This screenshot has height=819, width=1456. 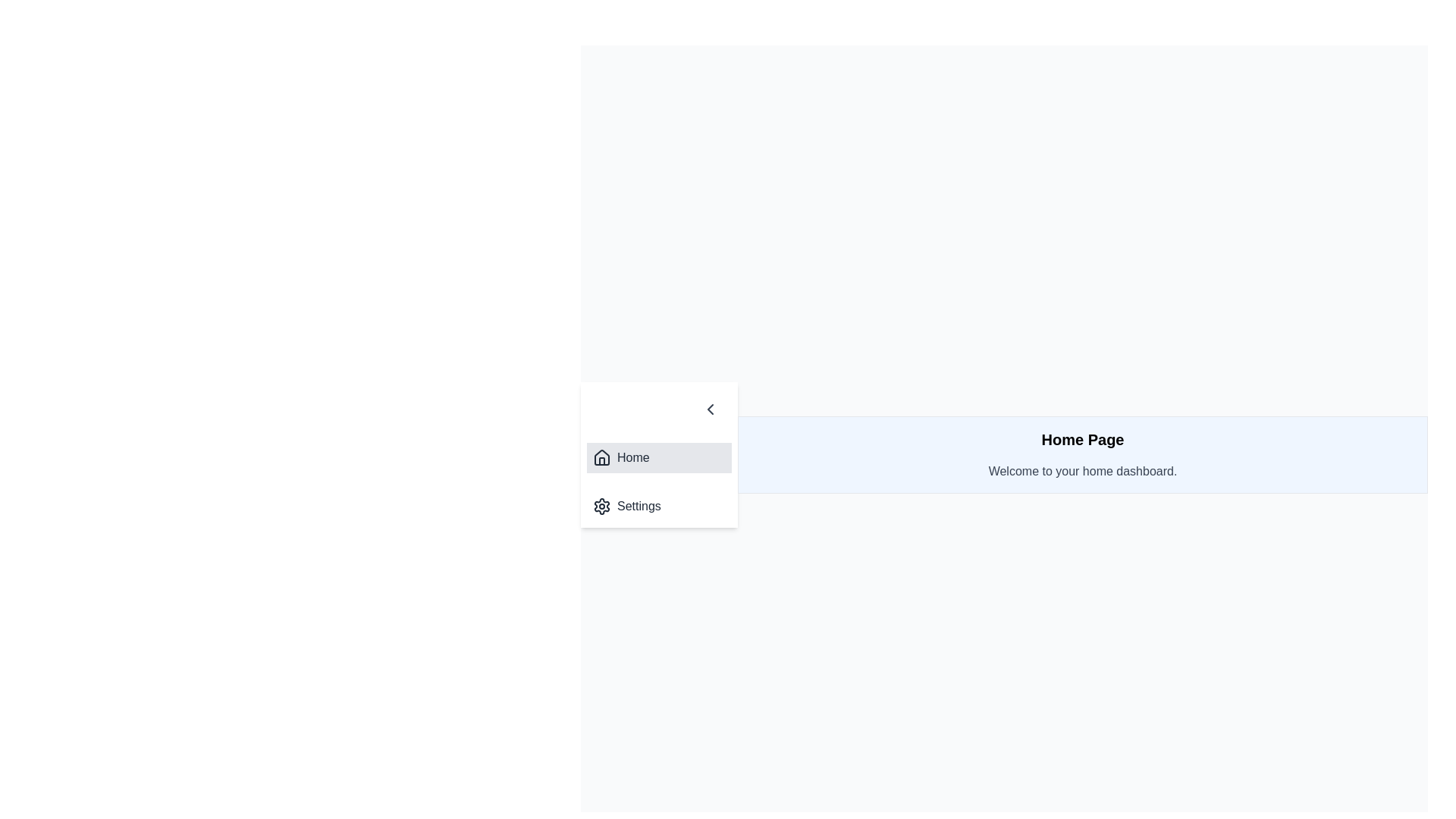 I want to click on the button located at the top-right corner of the sidebar menu, so click(x=710, y=409).